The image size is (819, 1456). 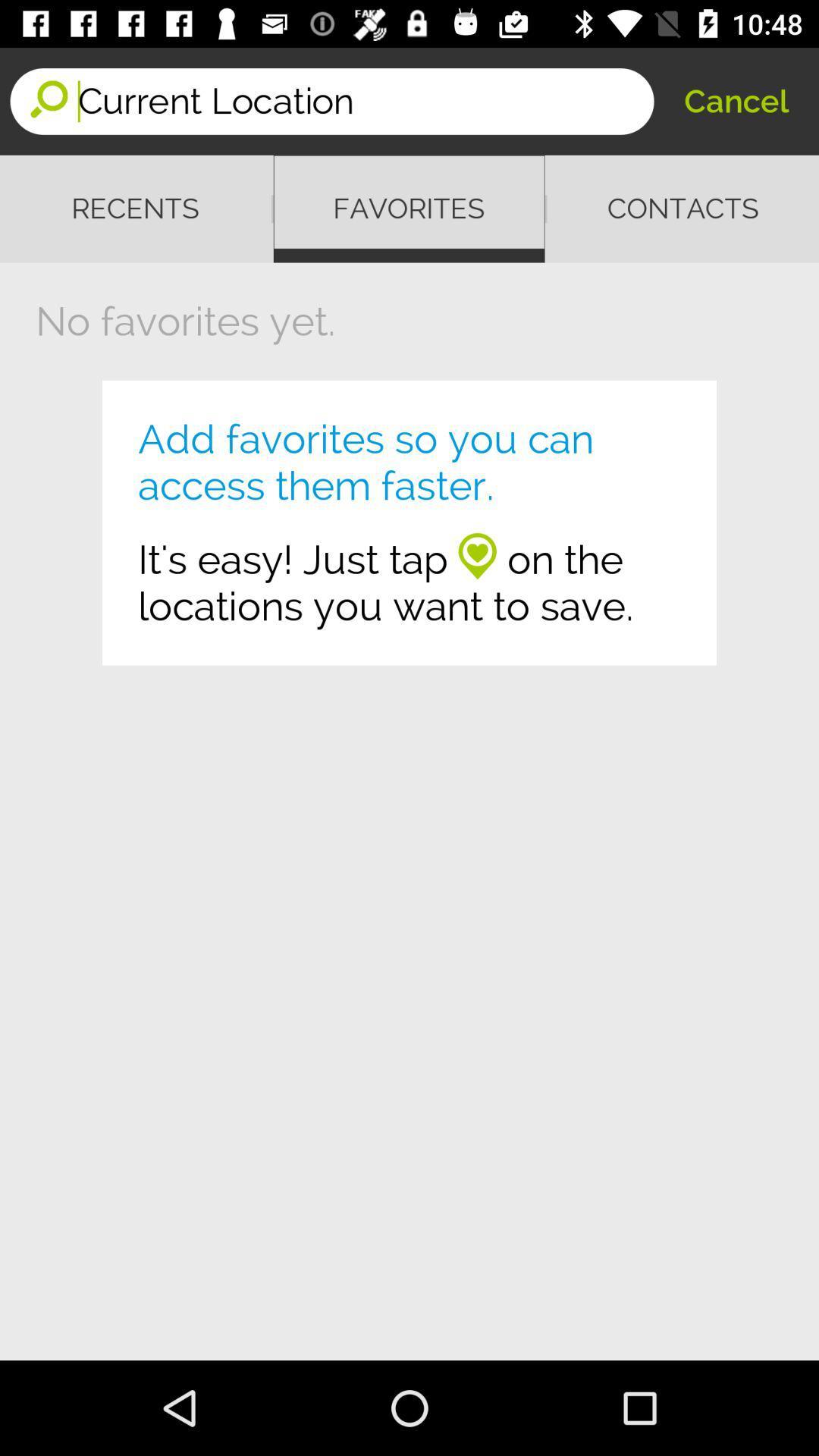 I want to click on cancel item, so click(x=736, y=100).